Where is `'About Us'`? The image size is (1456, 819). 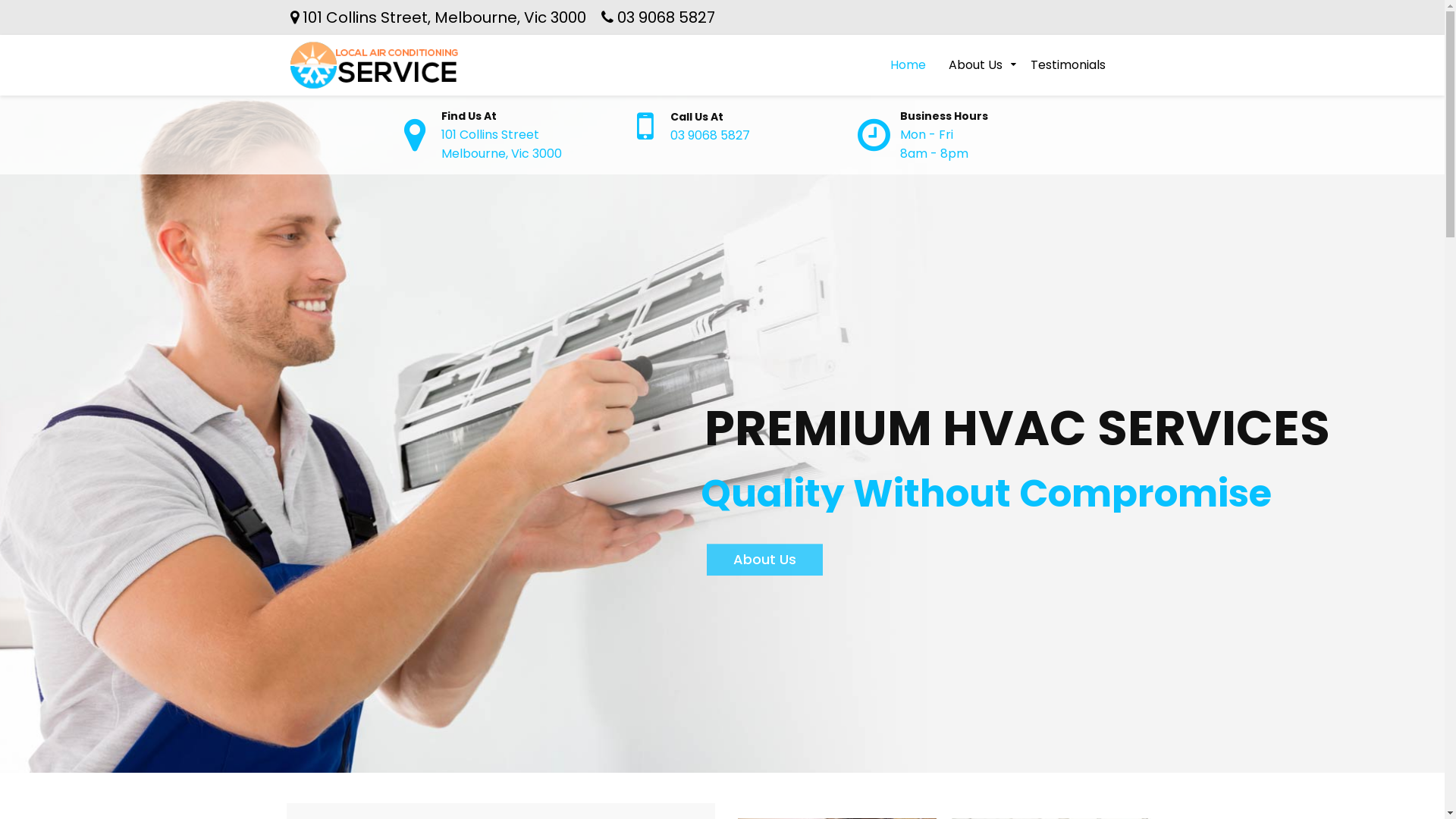 'About Us' is located at coordinates (937, 64).